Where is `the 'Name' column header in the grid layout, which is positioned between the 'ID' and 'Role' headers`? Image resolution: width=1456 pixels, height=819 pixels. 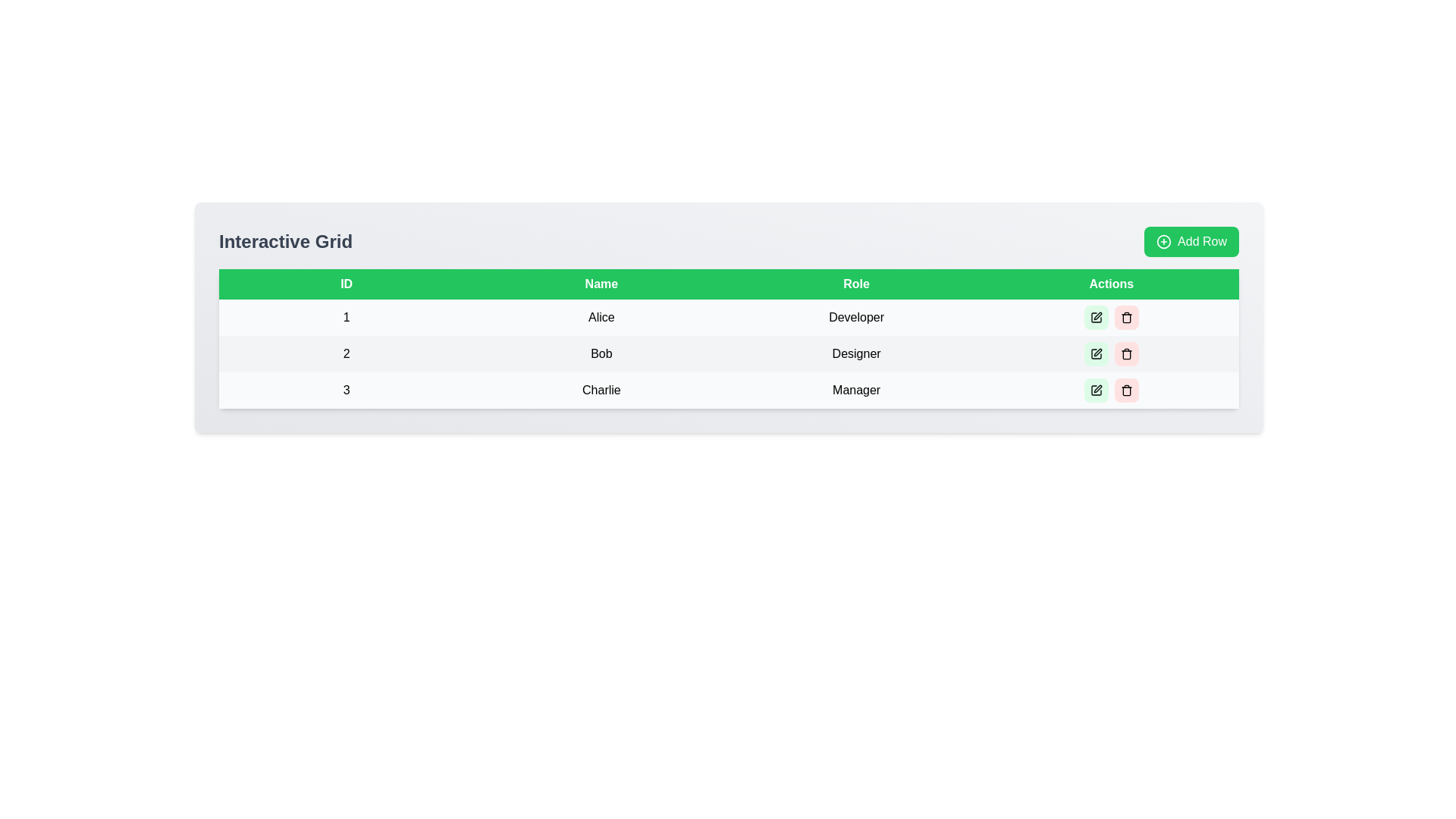
the 'Name' column header in the grid layout, which is positioned between the 'ID' and 'Role' headers is located at coordinates (601, 284).